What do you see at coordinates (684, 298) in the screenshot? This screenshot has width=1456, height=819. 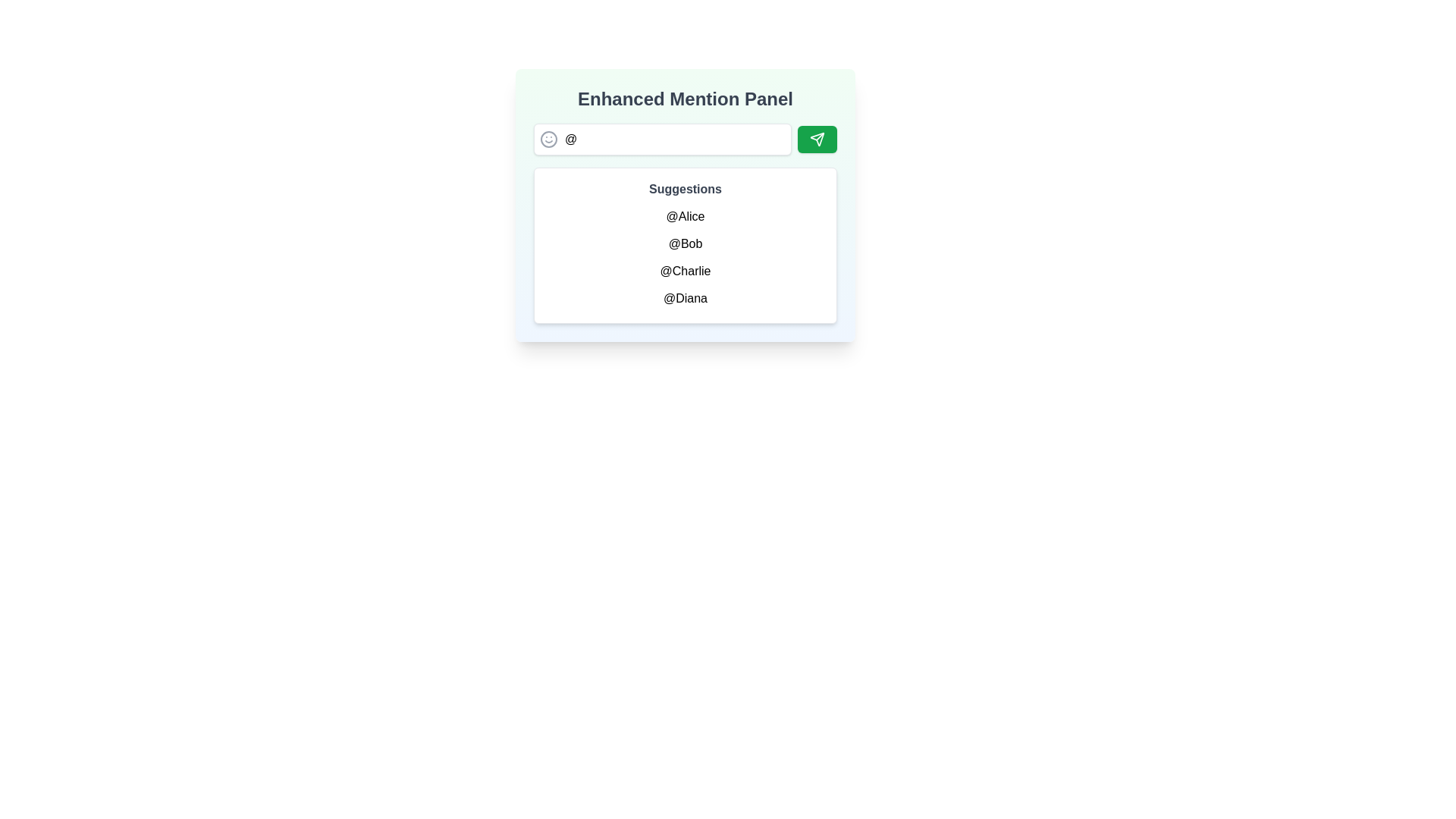 I see `the selectable text item representing the mention '@Diana', which is the last item in the vertical list labeled 'Suggestions'` at bounding box center [684, 298].